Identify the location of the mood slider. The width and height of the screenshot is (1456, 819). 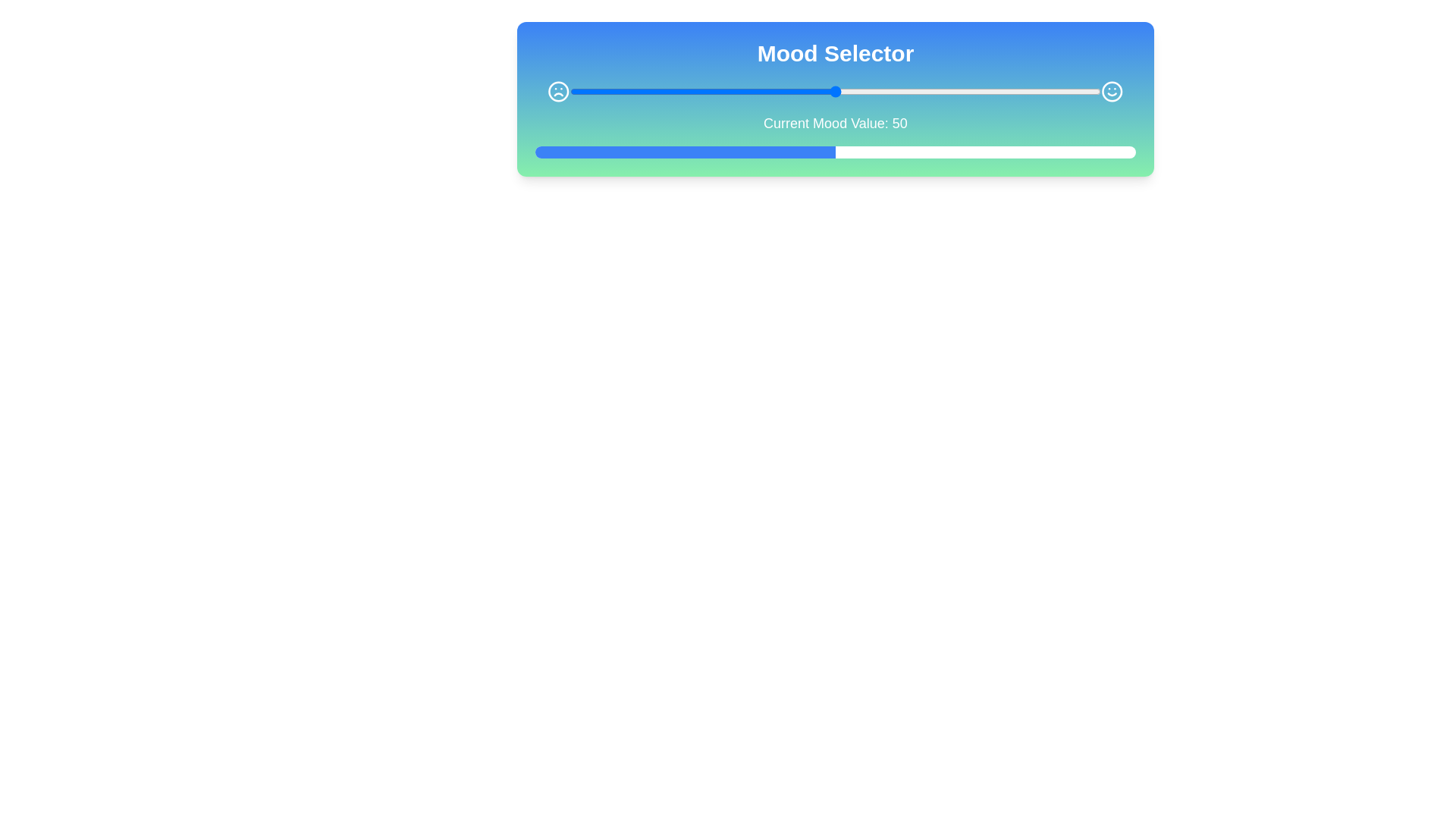
(633, 91).